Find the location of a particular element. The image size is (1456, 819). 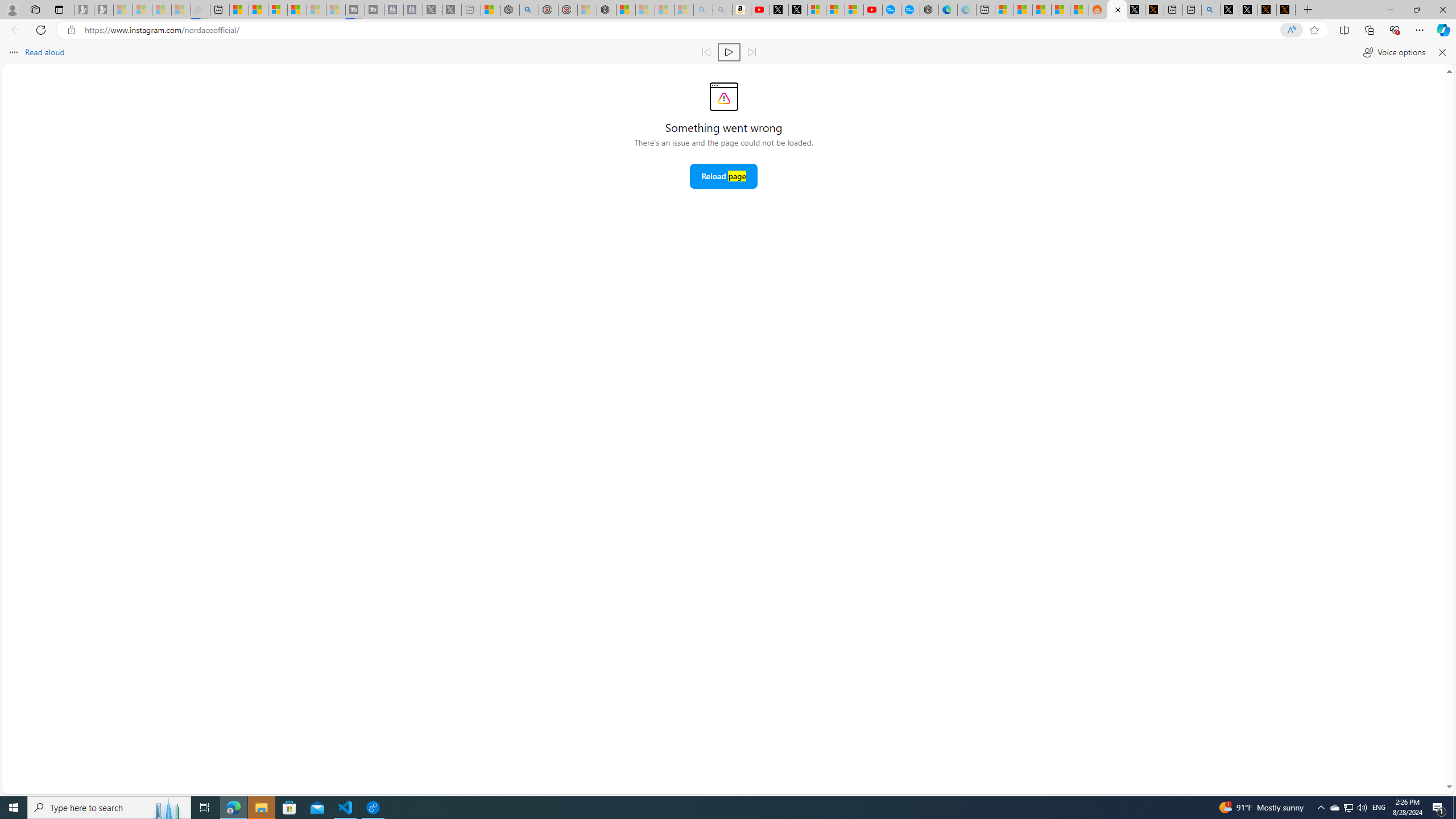

'Read previous paragraph' is located at coordinates (705, 52).